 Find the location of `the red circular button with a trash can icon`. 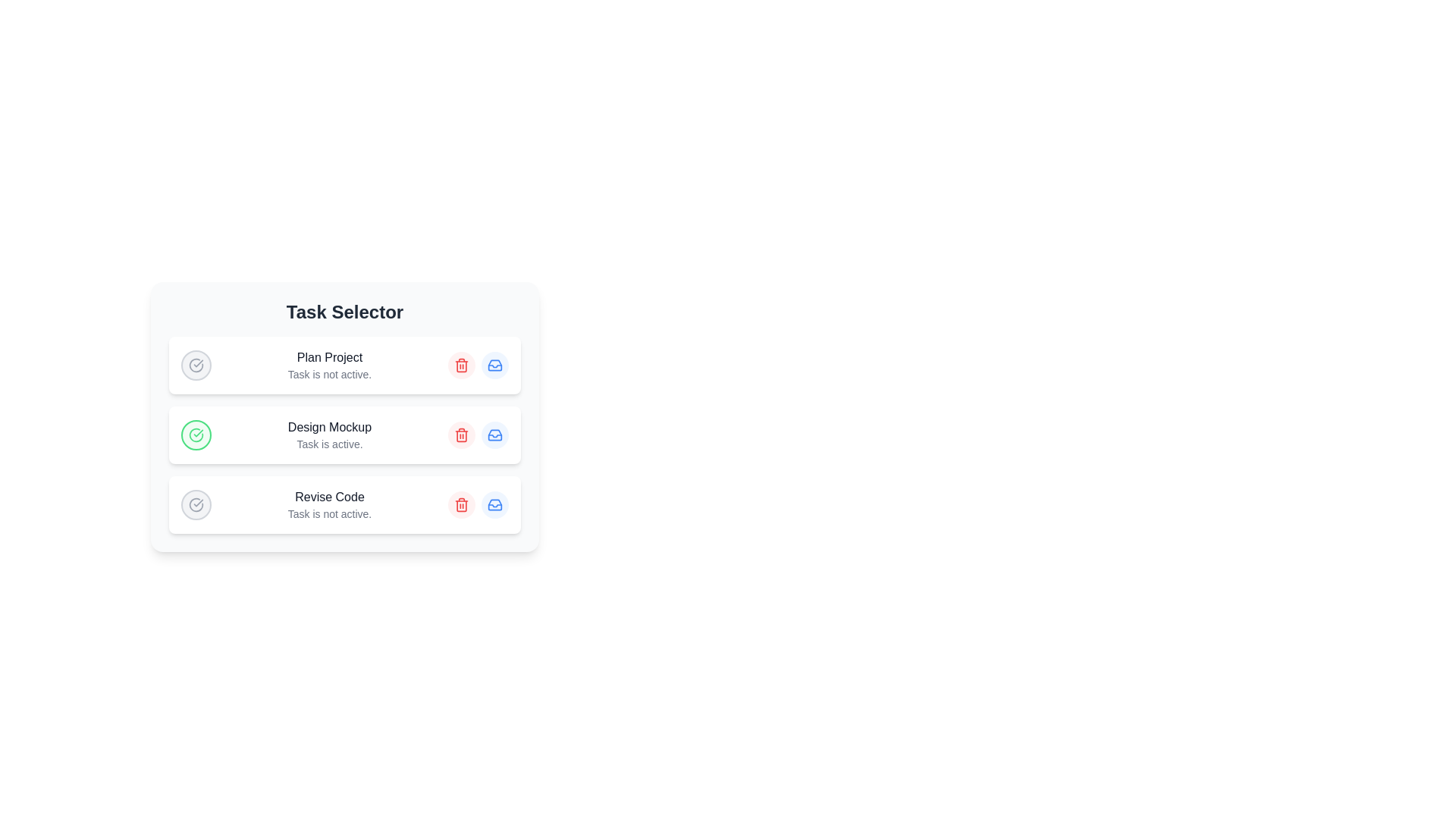

the red circular button with a trash can icon is located at coordinates (461, 435).